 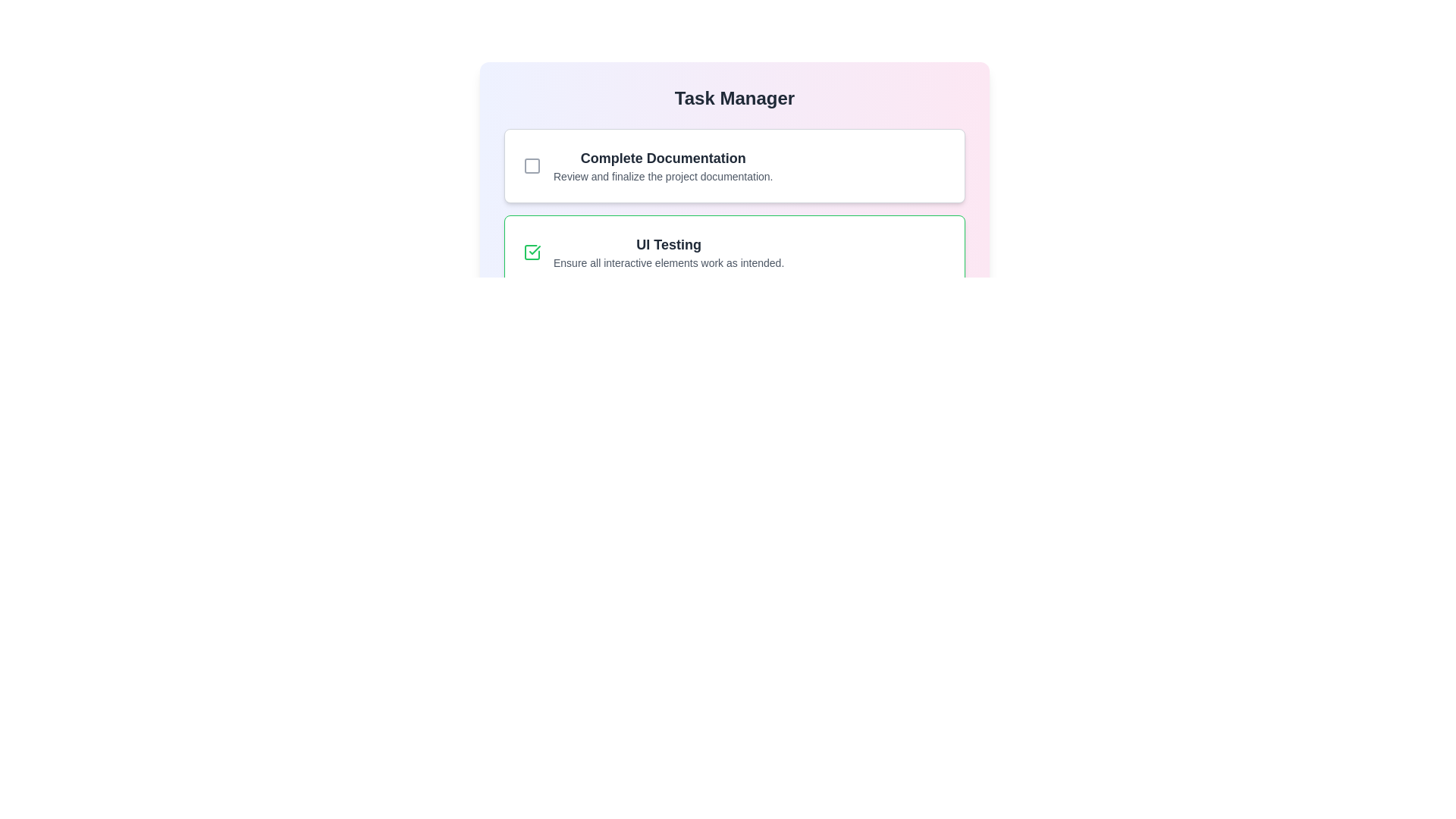 I want to click on the second task item in the 'Task Manager' interface, located directly below the 'Complete Documentation' item, so click(x=735, y=251).